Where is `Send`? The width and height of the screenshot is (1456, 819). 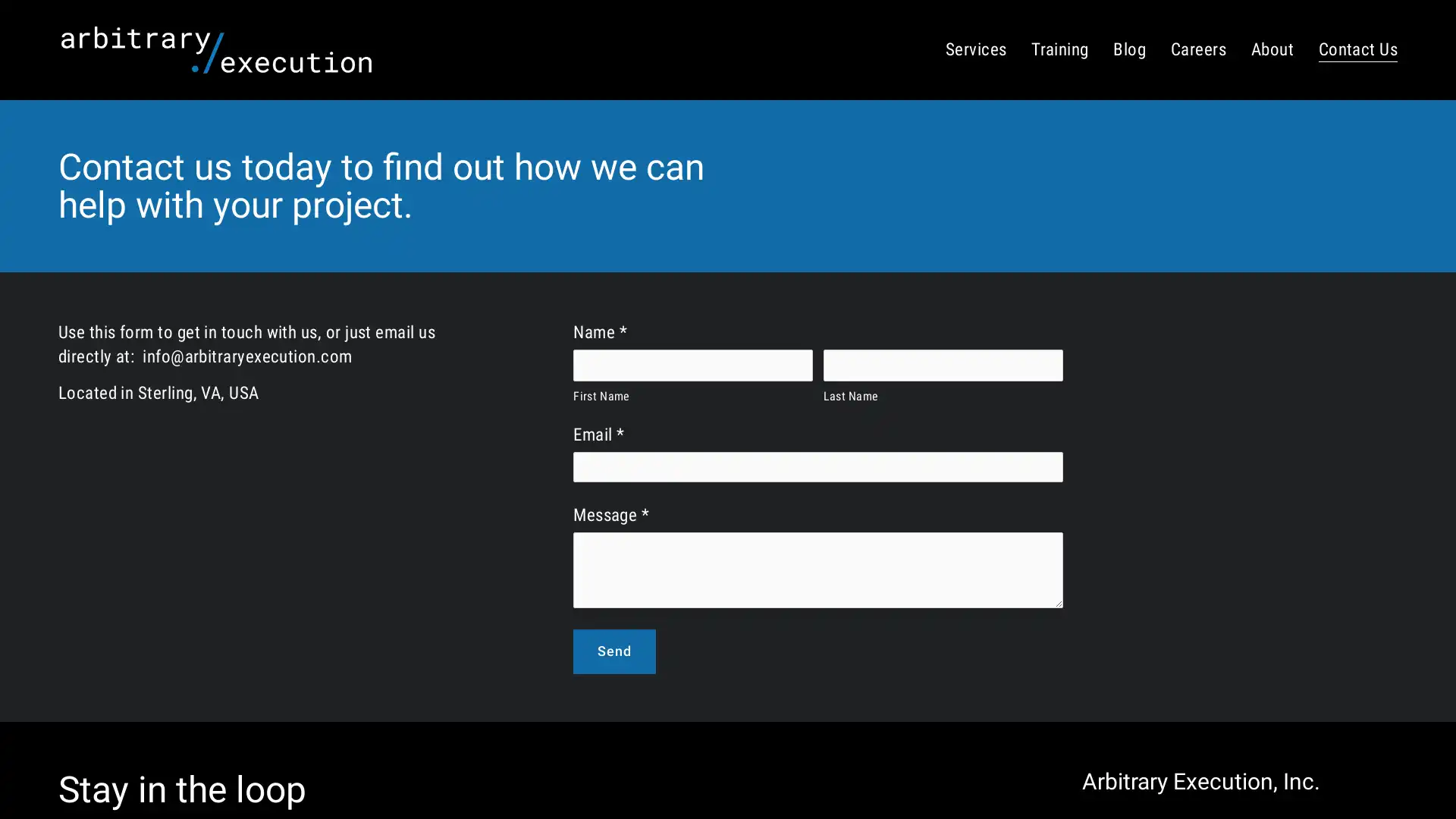
Send is located at coordinates (614, 651).